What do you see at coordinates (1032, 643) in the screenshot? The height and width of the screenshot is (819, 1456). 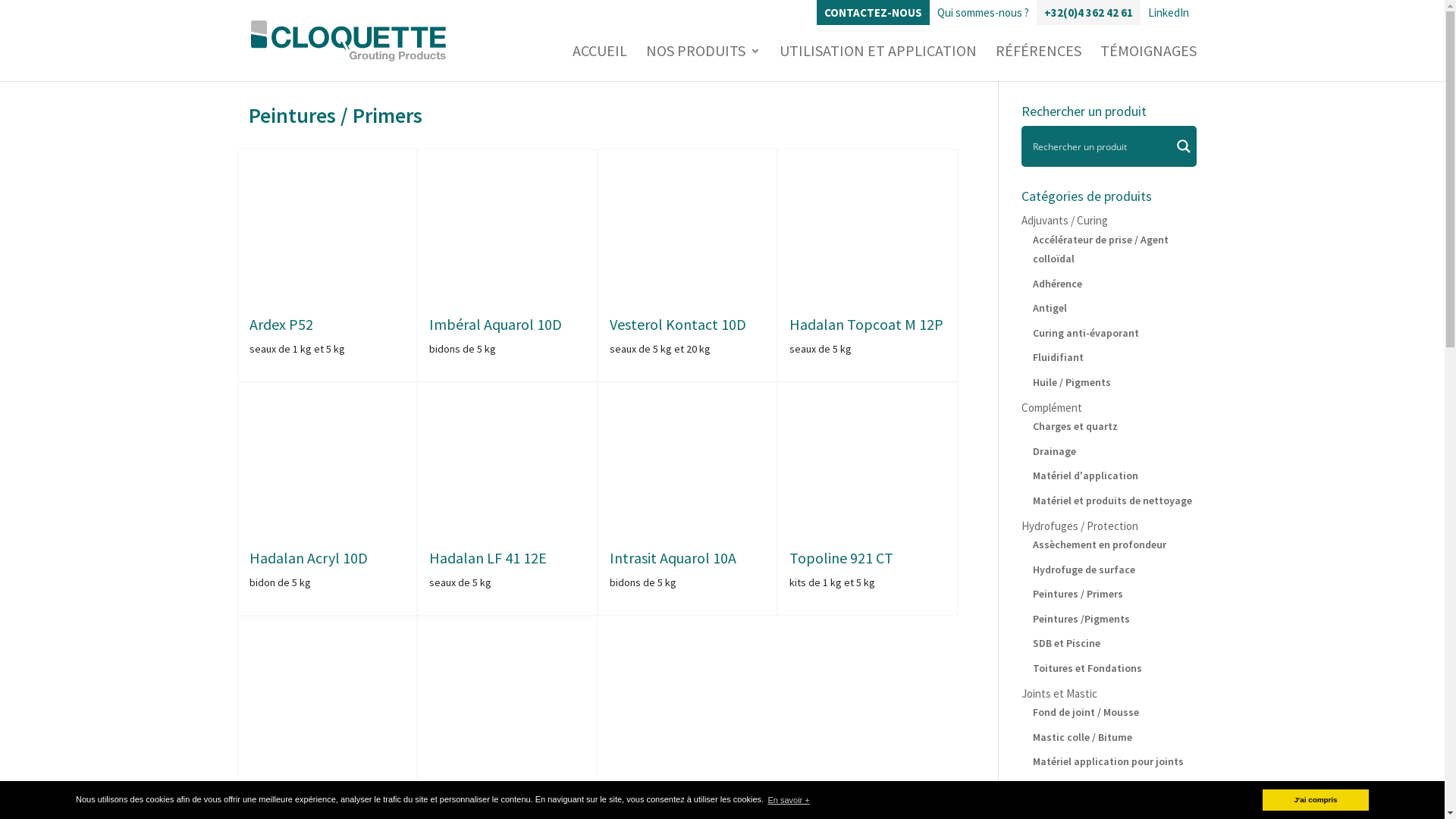 I see `'SDB et Piscine'` at bounding box center [1032, 643].